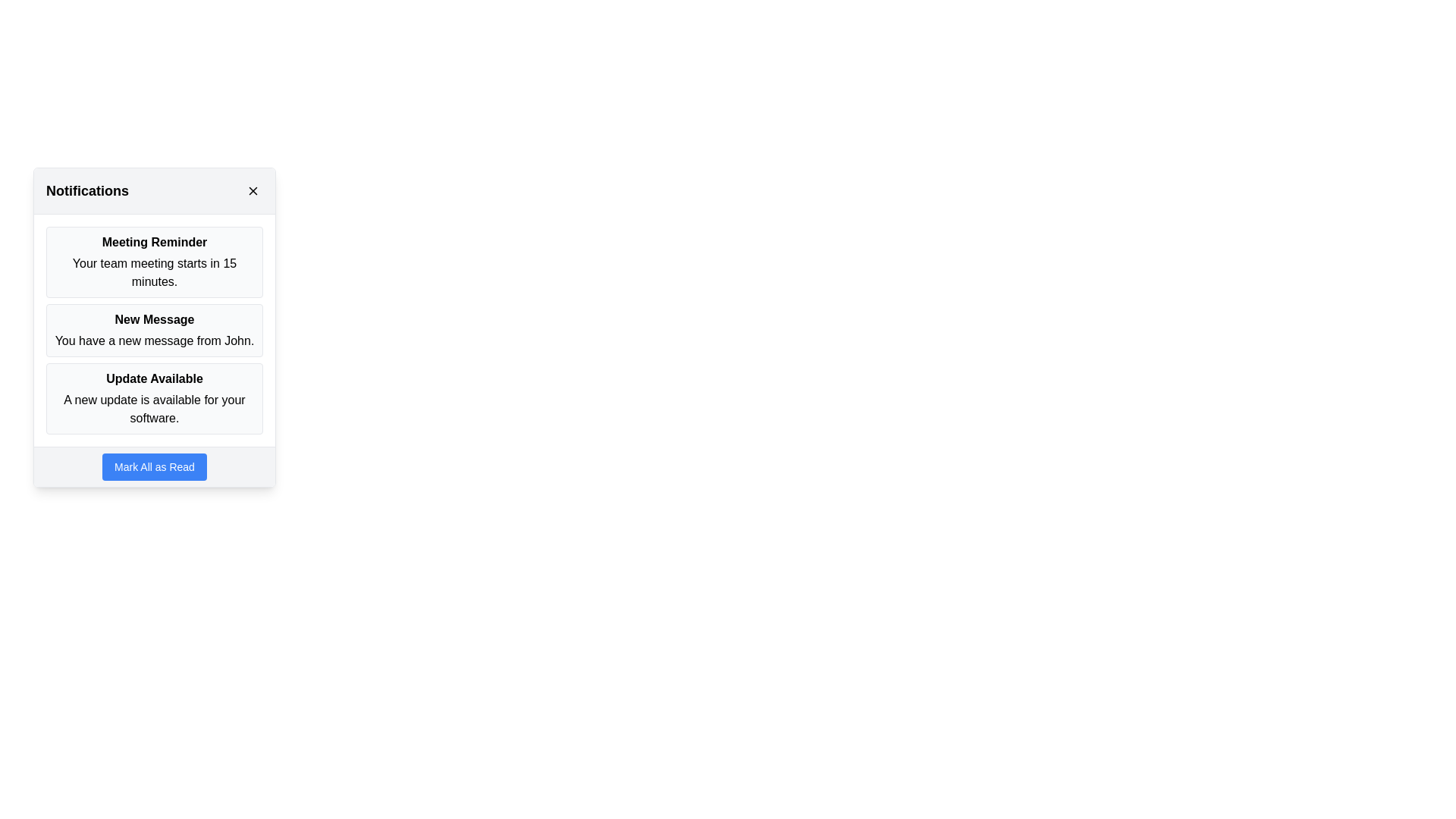 The height and width of the screenshot is (819, 1456). What do you see at coordinates (154, 271) in the screenshot?
I see `the notification message about the upcoming team meeting located beneath the 'Meeting Reminder' heading in the Notifications panel` at bounding box center [154, 271].